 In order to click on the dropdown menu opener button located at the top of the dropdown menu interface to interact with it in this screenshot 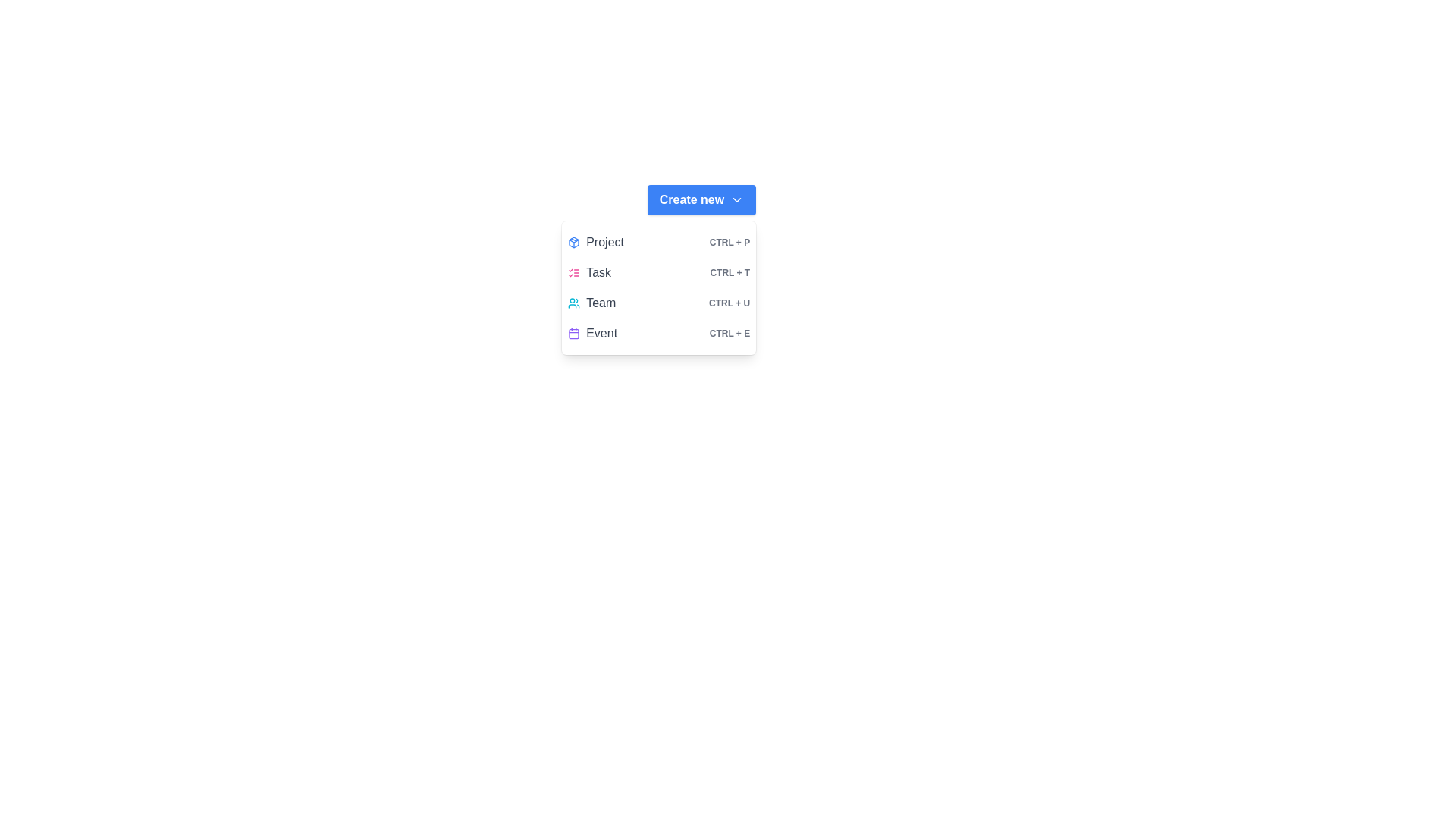, I will do `click(701, 199)`.